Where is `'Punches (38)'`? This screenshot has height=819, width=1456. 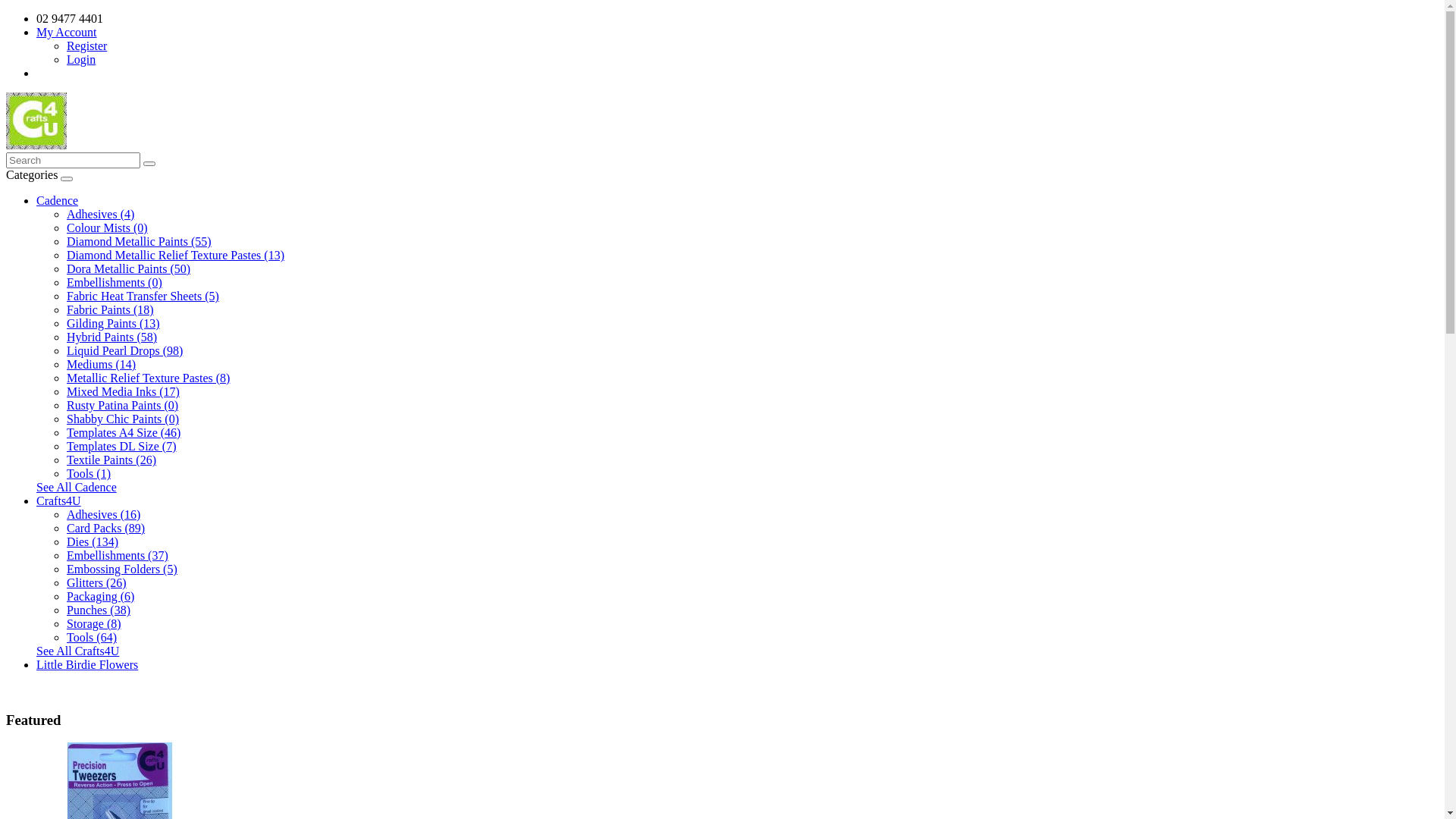
'Punches (38)' is located at coordinates (97, 609).